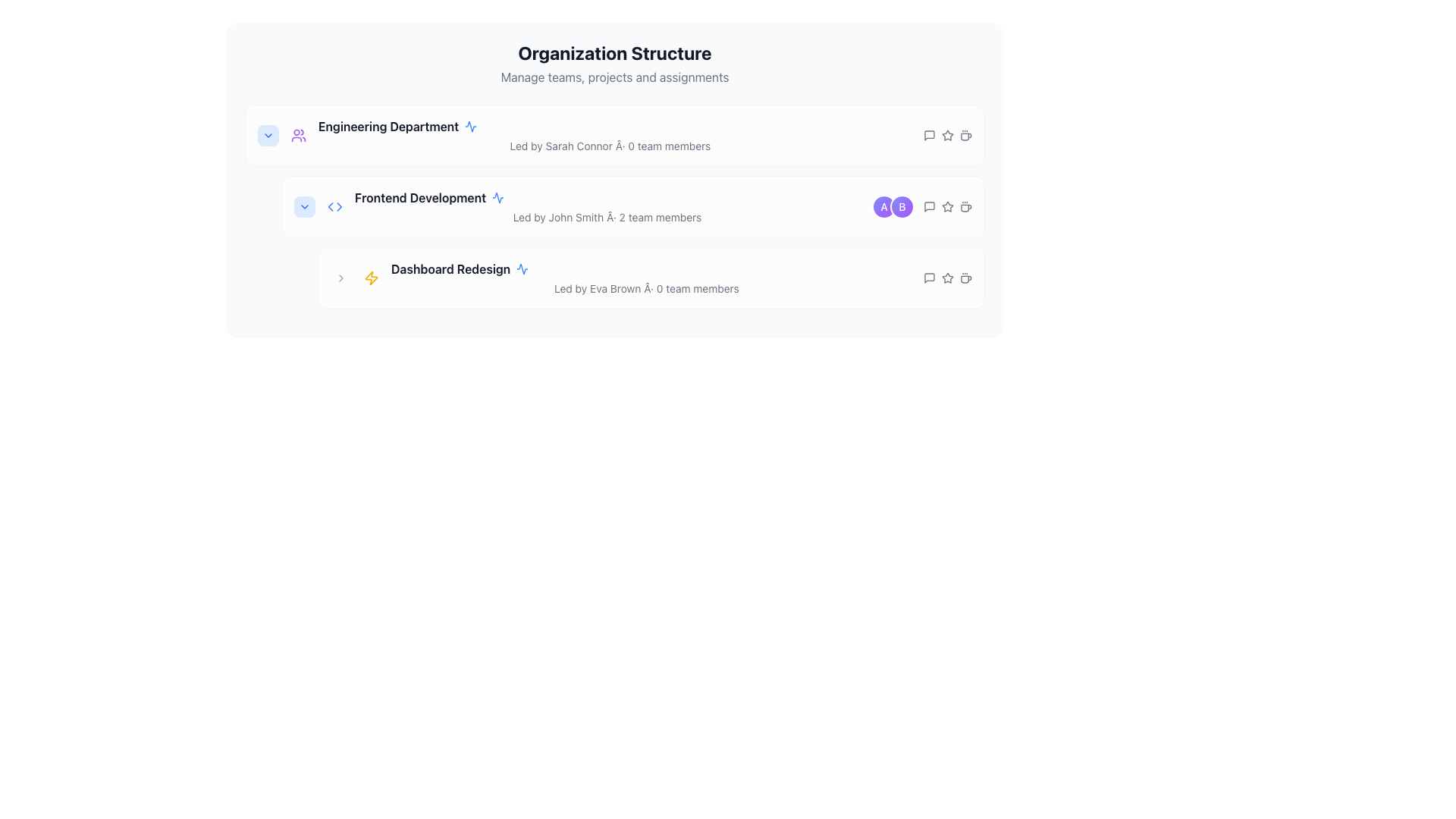  What do you see at coordinates (946, 278) in the screenshot?
I see `the favorite button, represented by a star icon, located on the right-hand side of the third section in the Dashboard Redesign list` at bounding box center [946, 278].